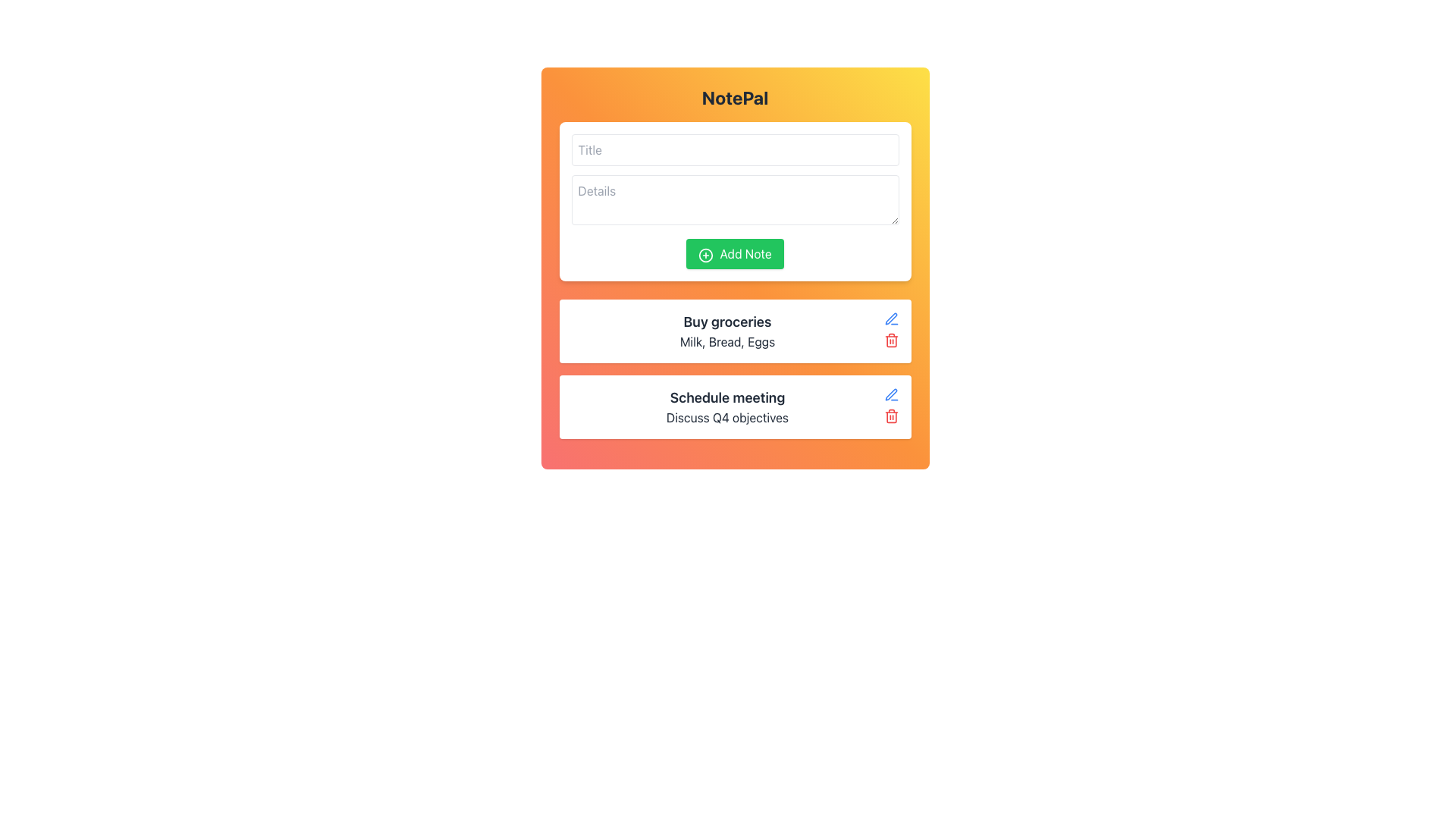 The width and height of the screenshot is (1456, 819). Describe the element at coordinates (726, 342) in the screenshot. I see `the text element that contains the phrase 'Milk, Bread, Eggs', which is displayed below the bolded title 'Buy groceries' in a note-taking interface` at that location.